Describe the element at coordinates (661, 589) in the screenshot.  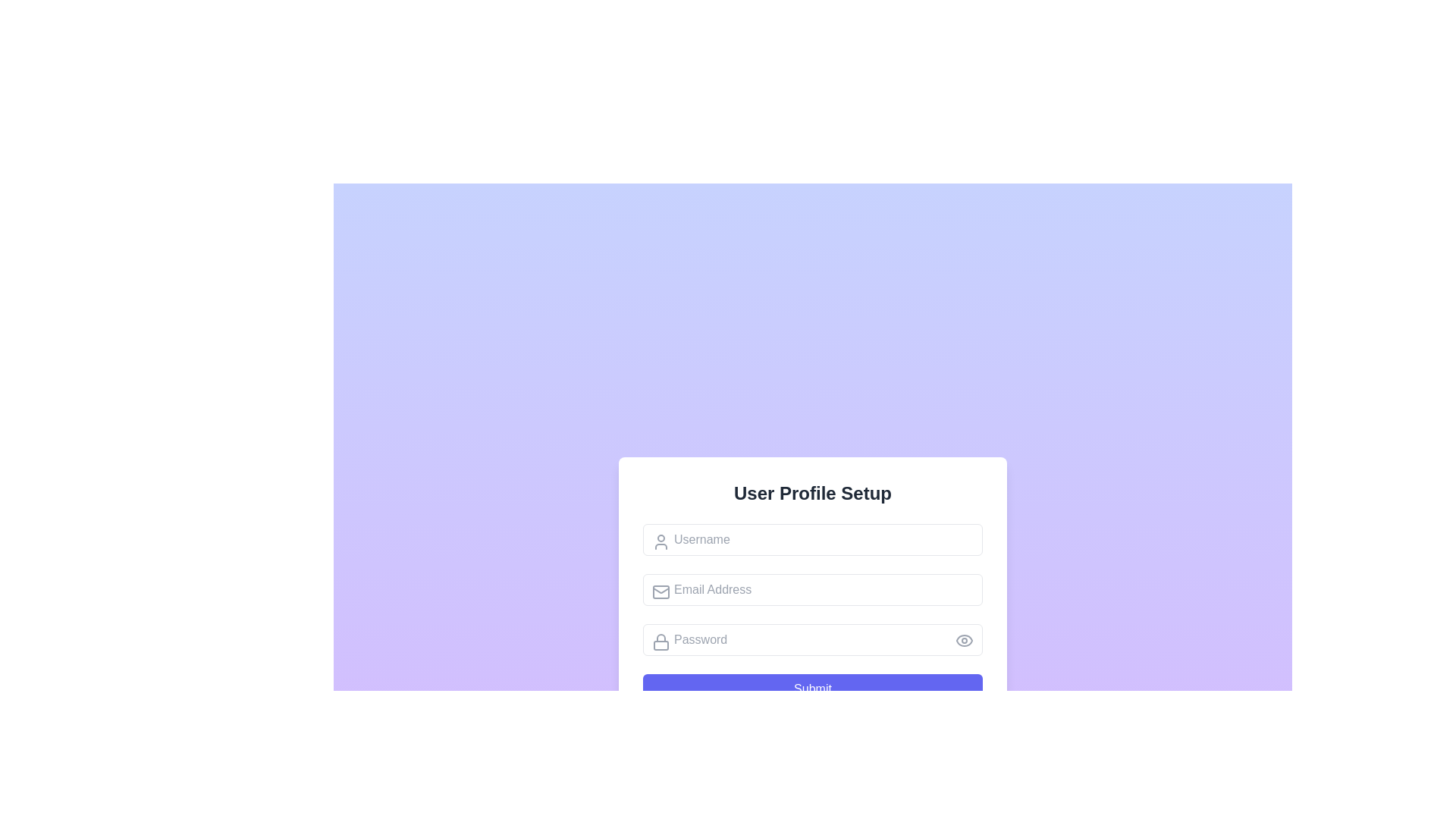
I see `the top flap of the envelope icon, which is part of an SVG and indicates email or messaging functionality` at that location.